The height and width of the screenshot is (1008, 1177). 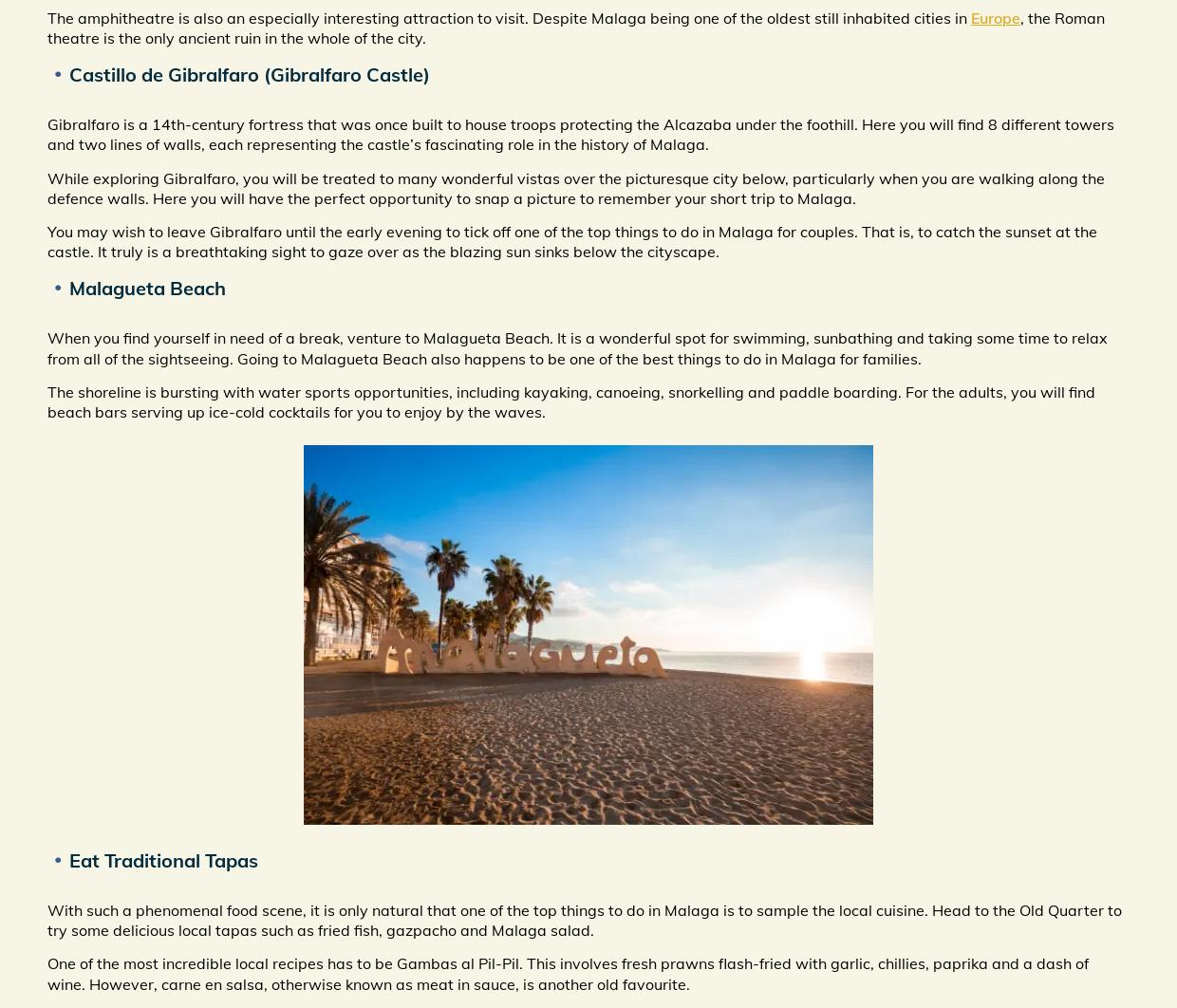 I want to click on 'Castillo de Gibralfaro (Gibralfaro Castle)', so click(x=250, y=74).